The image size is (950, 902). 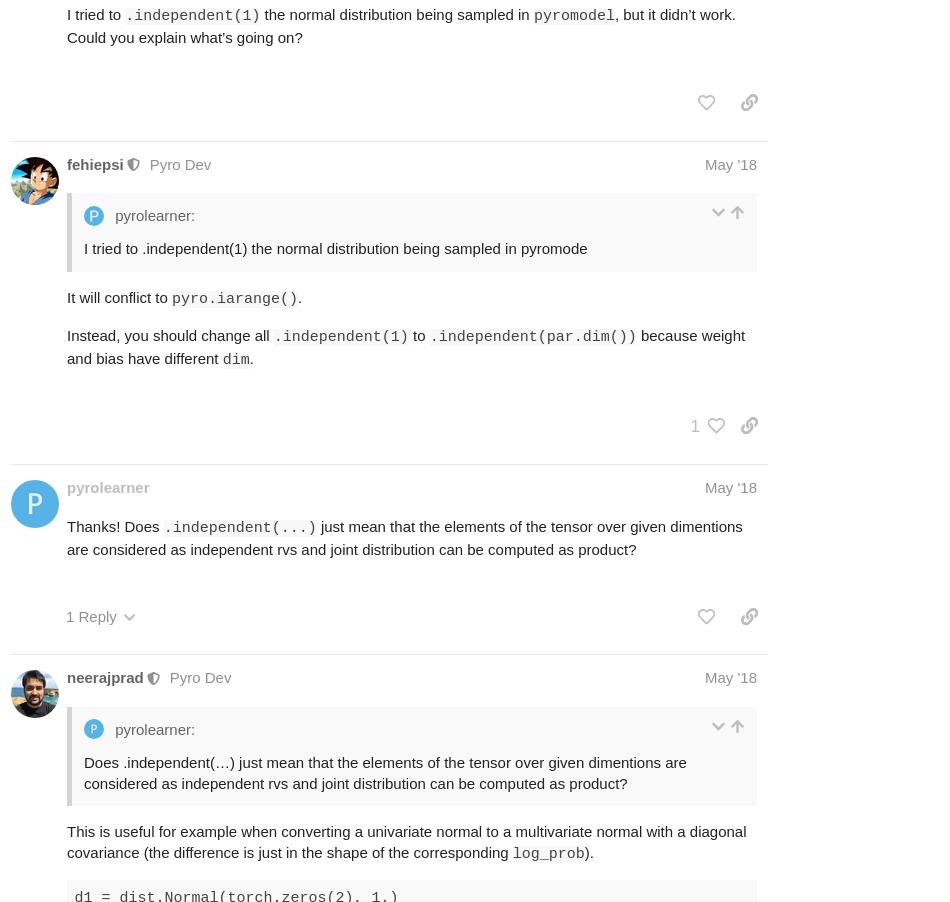 What do you see at coordinates (222, 358) in the screenshot?
I see `'dim'` at bounding box center [222, 358].